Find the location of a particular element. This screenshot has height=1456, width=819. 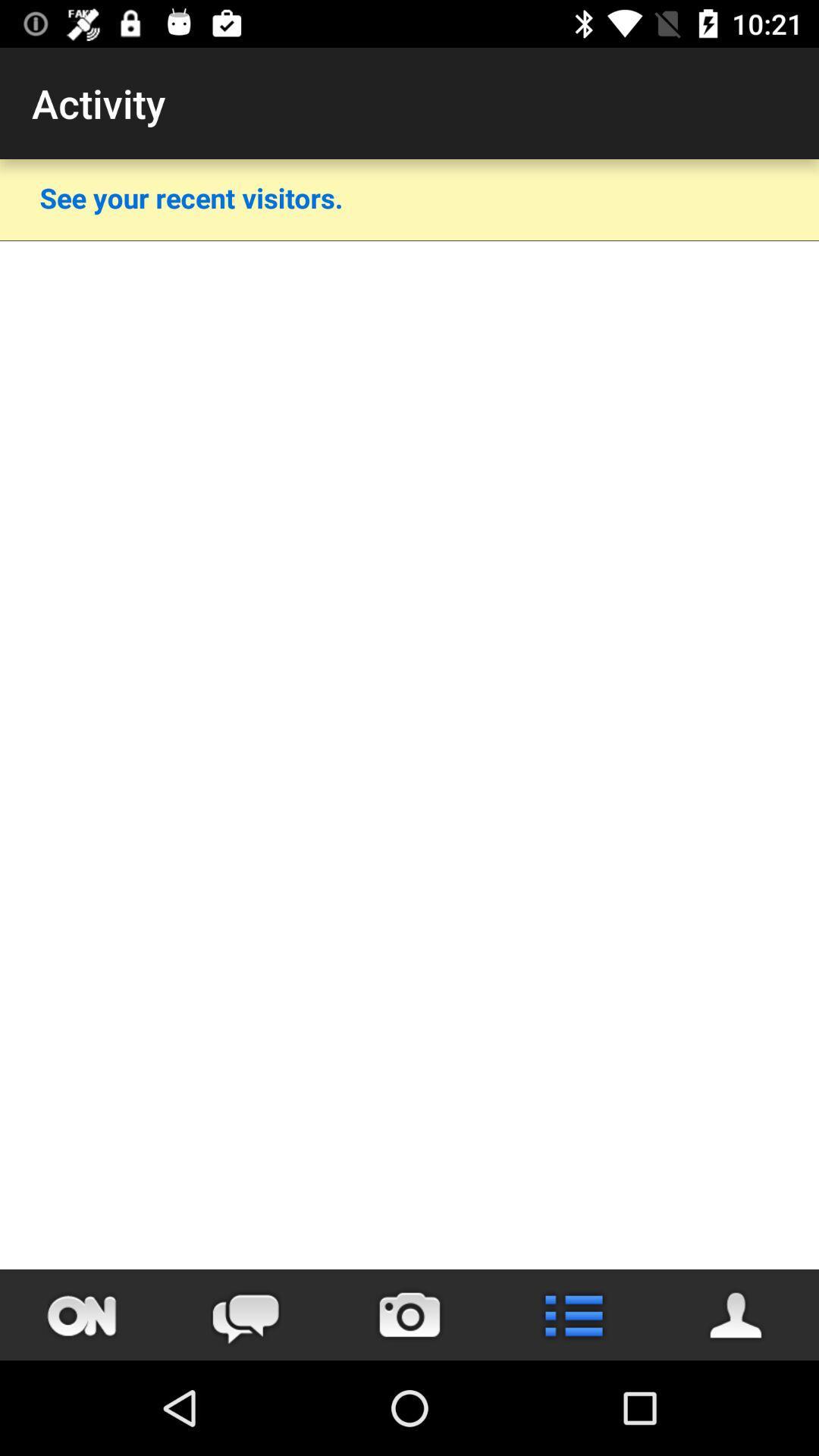

the item below activity item is located at coordinates (190, 196).